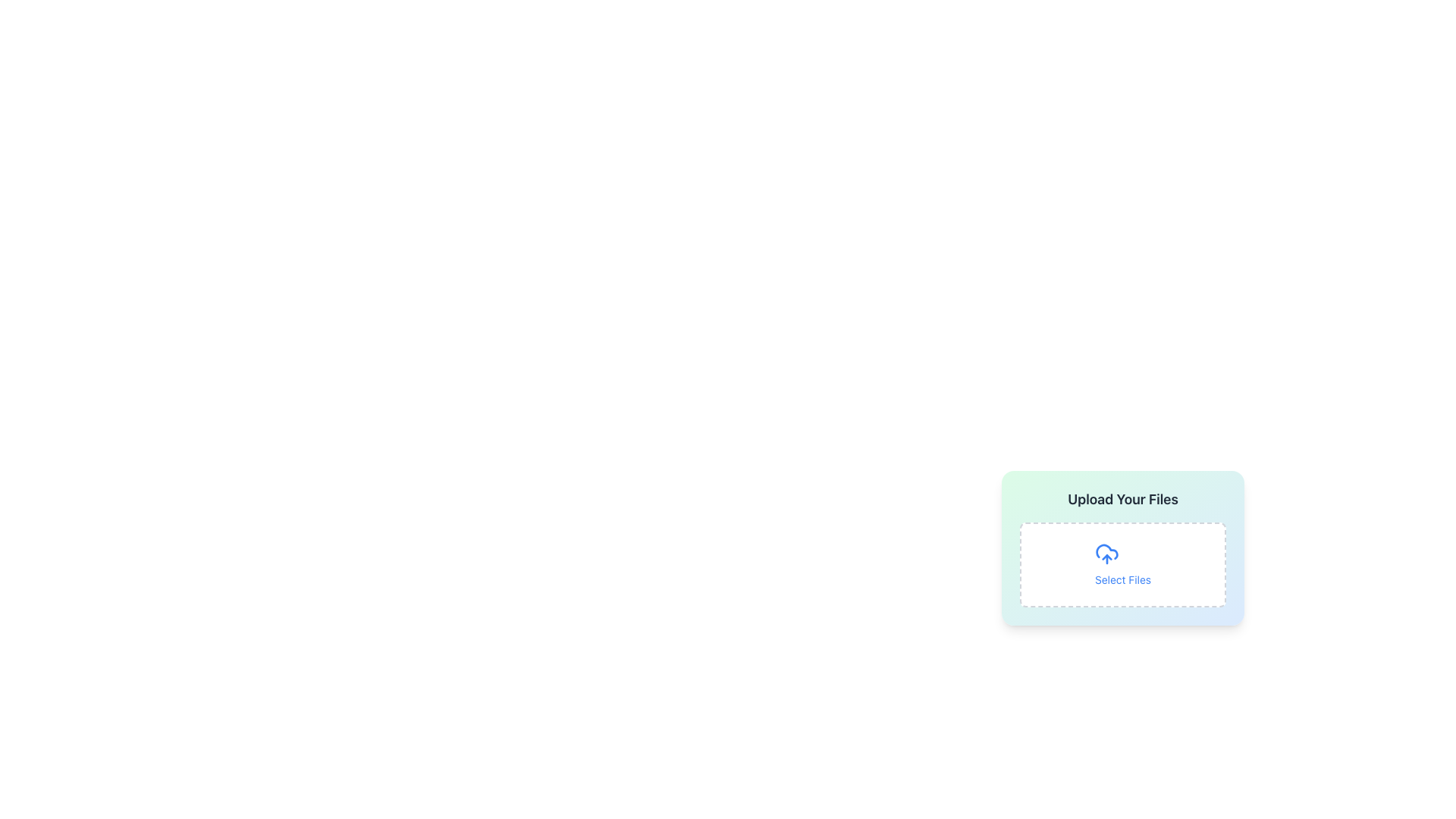 Image resolution: width=1456 pixels, height=819 pixels. I want to click on the text label that reads 'Select Files', which is styled in blue and located below a cloud upload icon in the file upload interface, so click(1123, 579).